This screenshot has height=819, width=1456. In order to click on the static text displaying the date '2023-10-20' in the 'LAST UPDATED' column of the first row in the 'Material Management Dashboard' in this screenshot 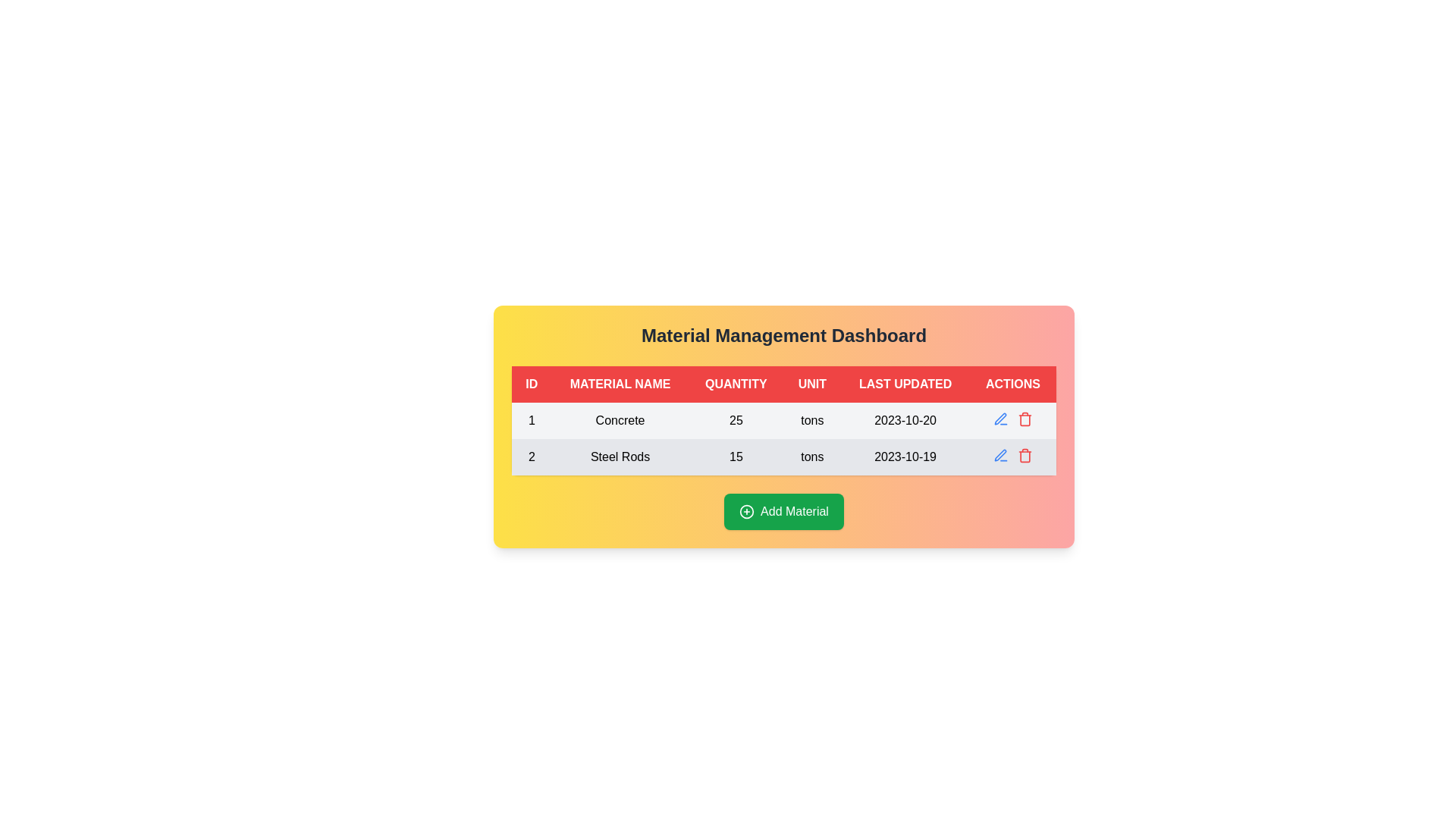, I will do `click(905, 421)`.